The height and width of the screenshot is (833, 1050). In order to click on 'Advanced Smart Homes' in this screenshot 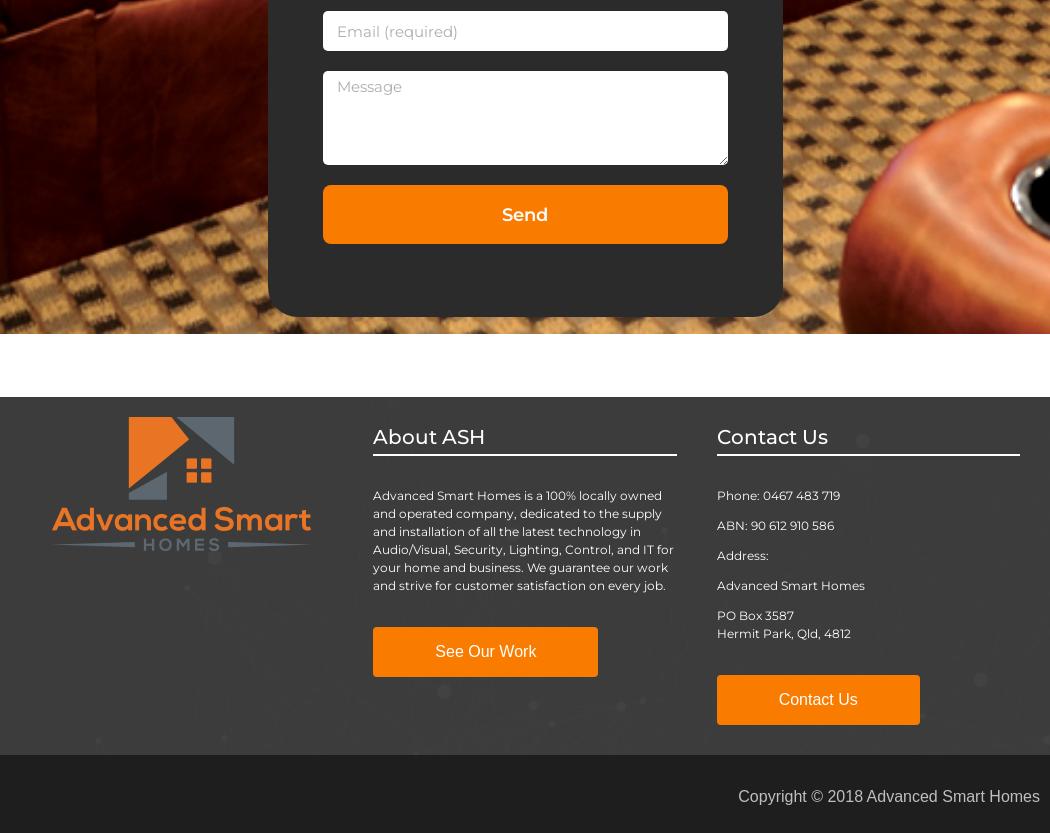, I will do `click(789, 584)`.